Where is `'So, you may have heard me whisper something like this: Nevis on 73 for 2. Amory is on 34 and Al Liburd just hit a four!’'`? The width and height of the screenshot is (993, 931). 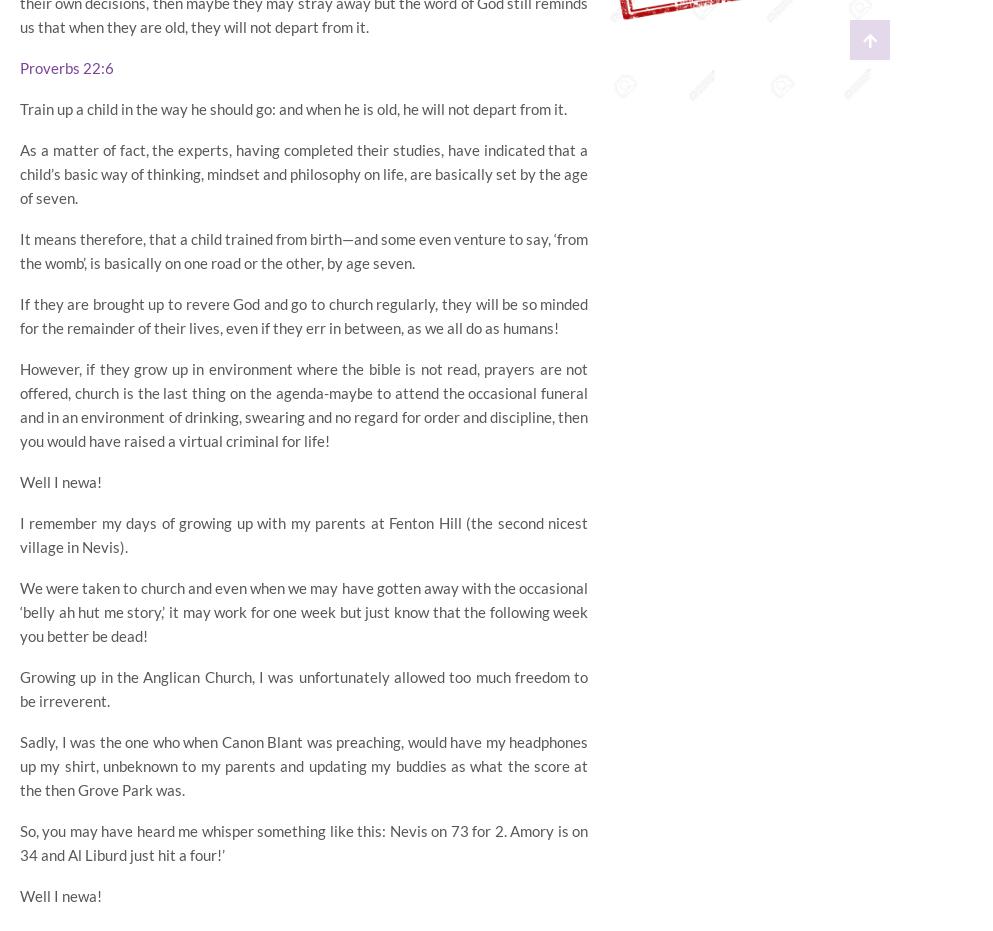 'So, you may have heard me whisper something like this: Nevis on 73 for 2. Amory is on 34 and Al Liburd just hit a four!’' is located at coordinates (303, 840).